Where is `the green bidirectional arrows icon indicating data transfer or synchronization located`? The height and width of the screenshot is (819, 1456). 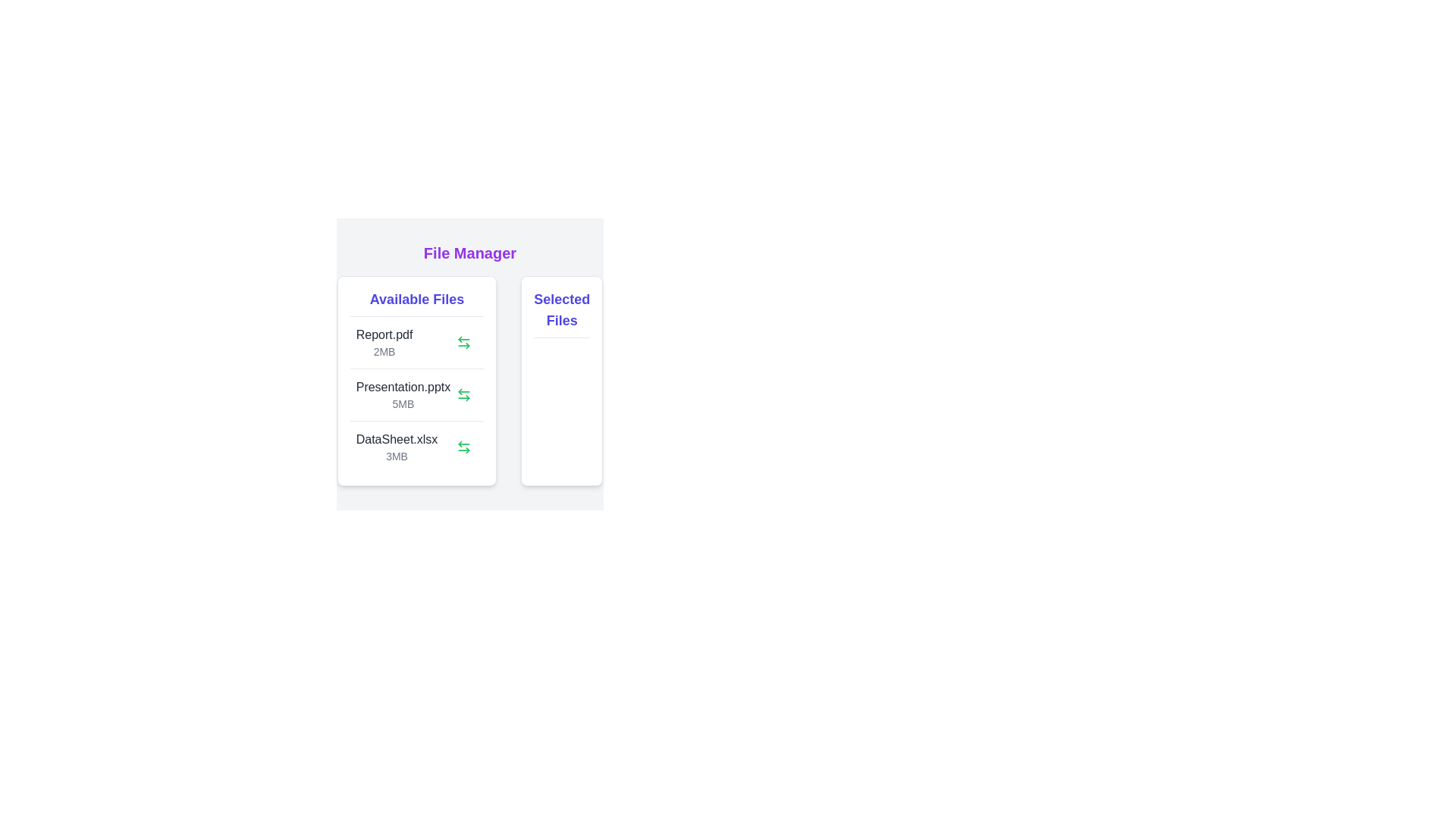
the green bidirectional arrows icon indicating data transfer or synchronization located is located at coordinates (463, 447).